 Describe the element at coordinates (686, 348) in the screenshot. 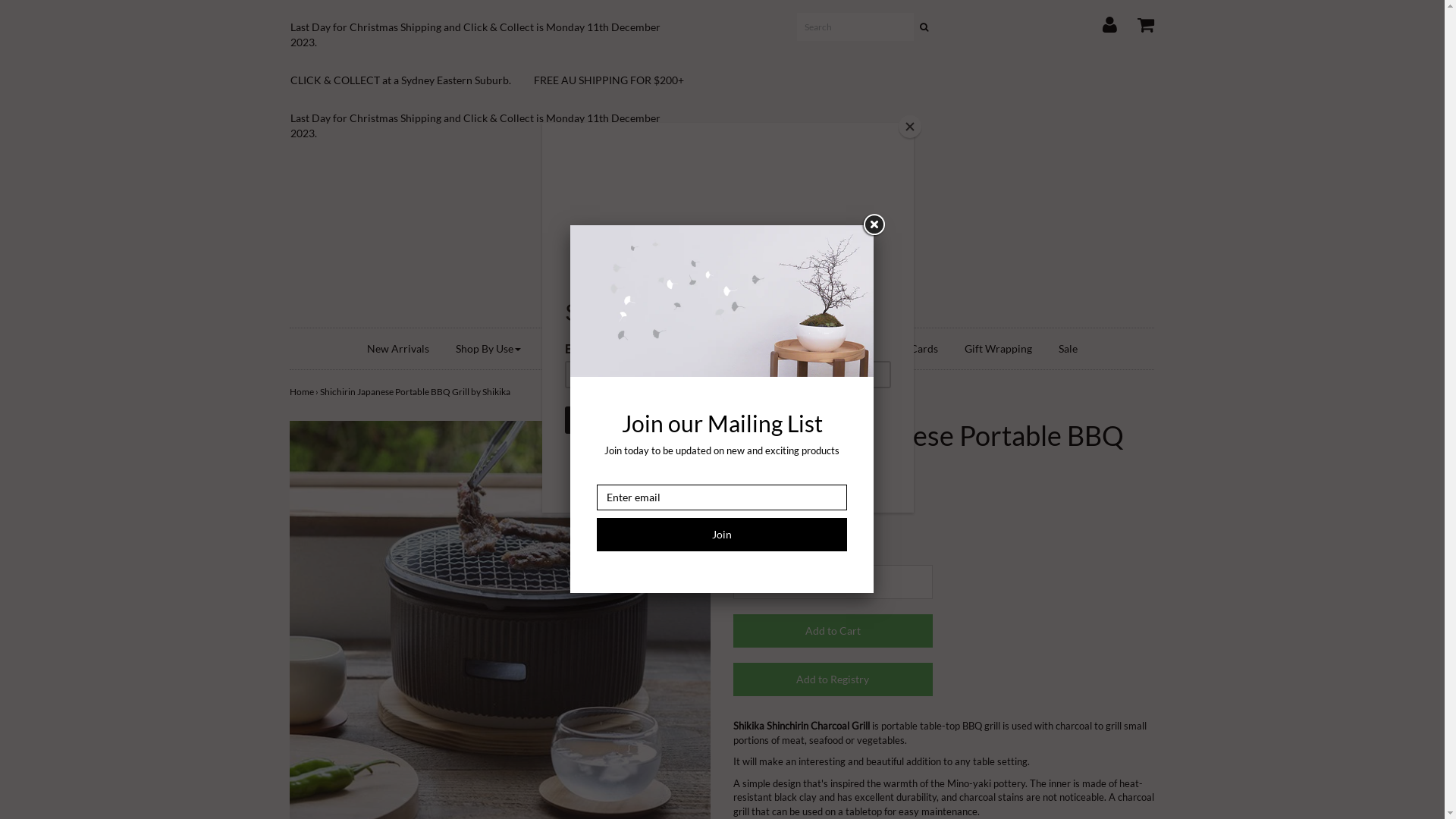

I see `'Sola Cubes'` at that location.